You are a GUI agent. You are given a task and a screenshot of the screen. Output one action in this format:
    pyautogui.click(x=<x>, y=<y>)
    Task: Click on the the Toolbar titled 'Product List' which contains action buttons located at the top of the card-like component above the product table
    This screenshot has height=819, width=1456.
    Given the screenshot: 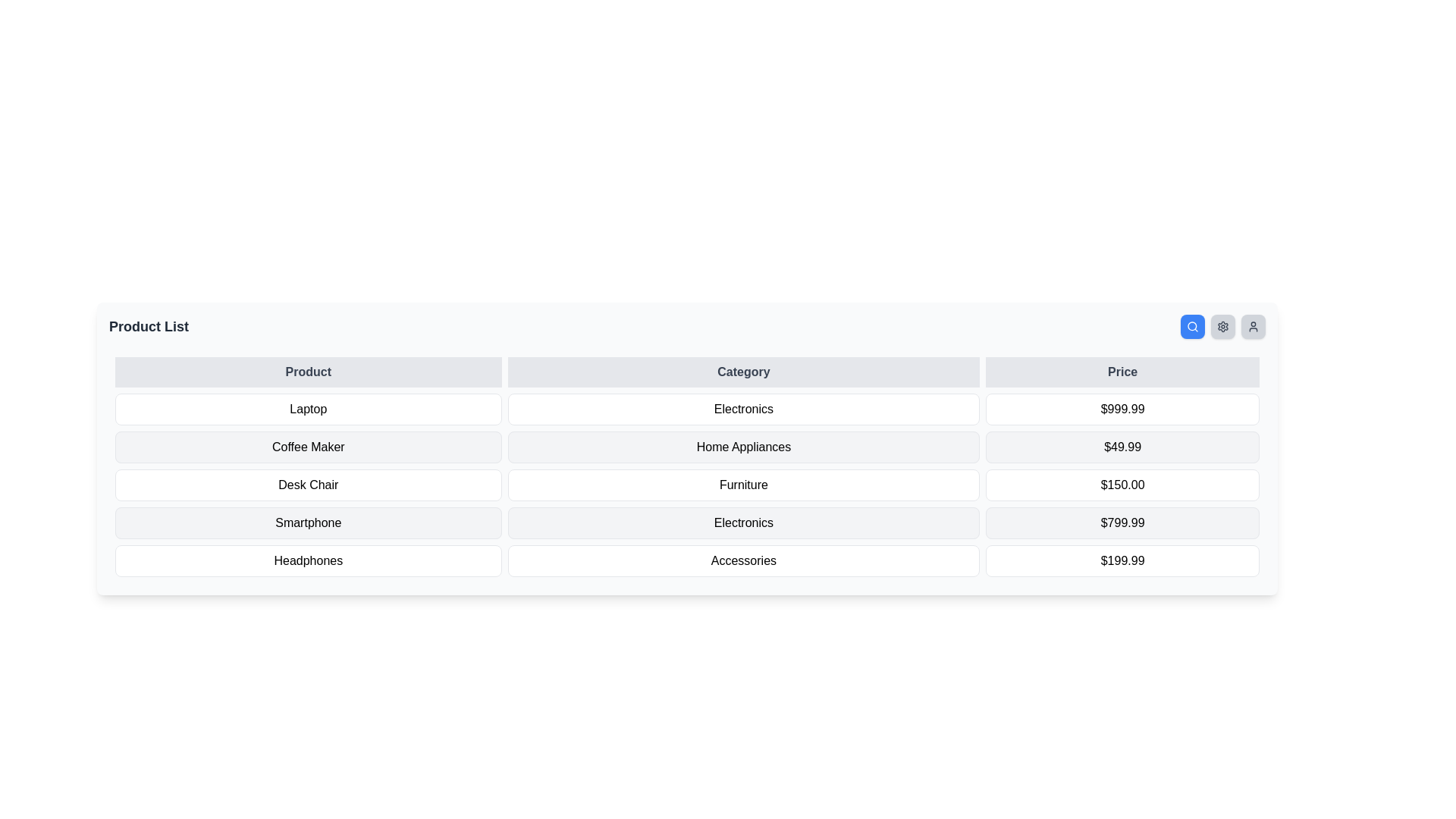 What is the action you would take?
    pyautogui.click(x=686, y=326)
    